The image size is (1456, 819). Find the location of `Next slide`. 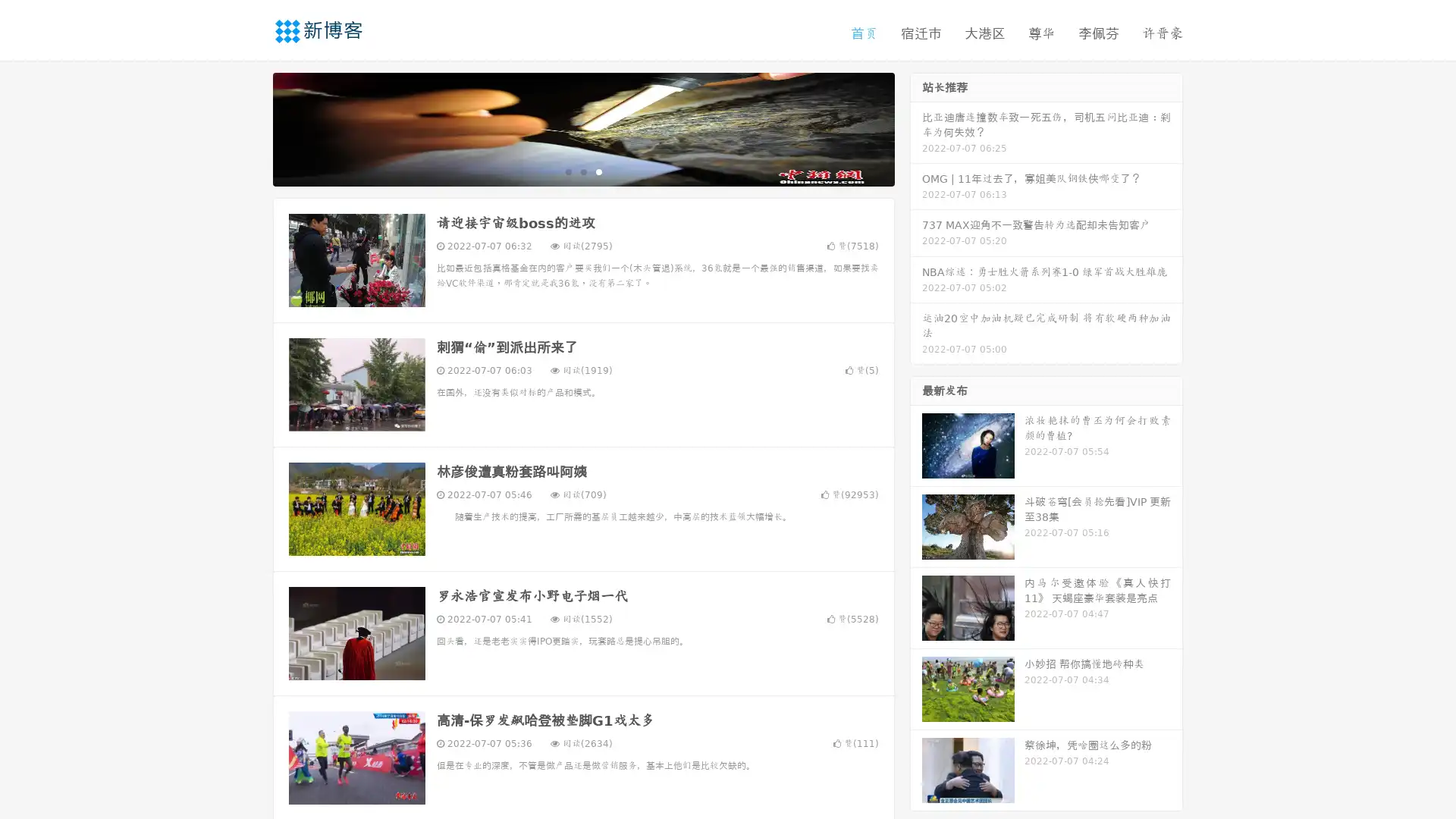

Next slide is located at coordinates (916, 127).